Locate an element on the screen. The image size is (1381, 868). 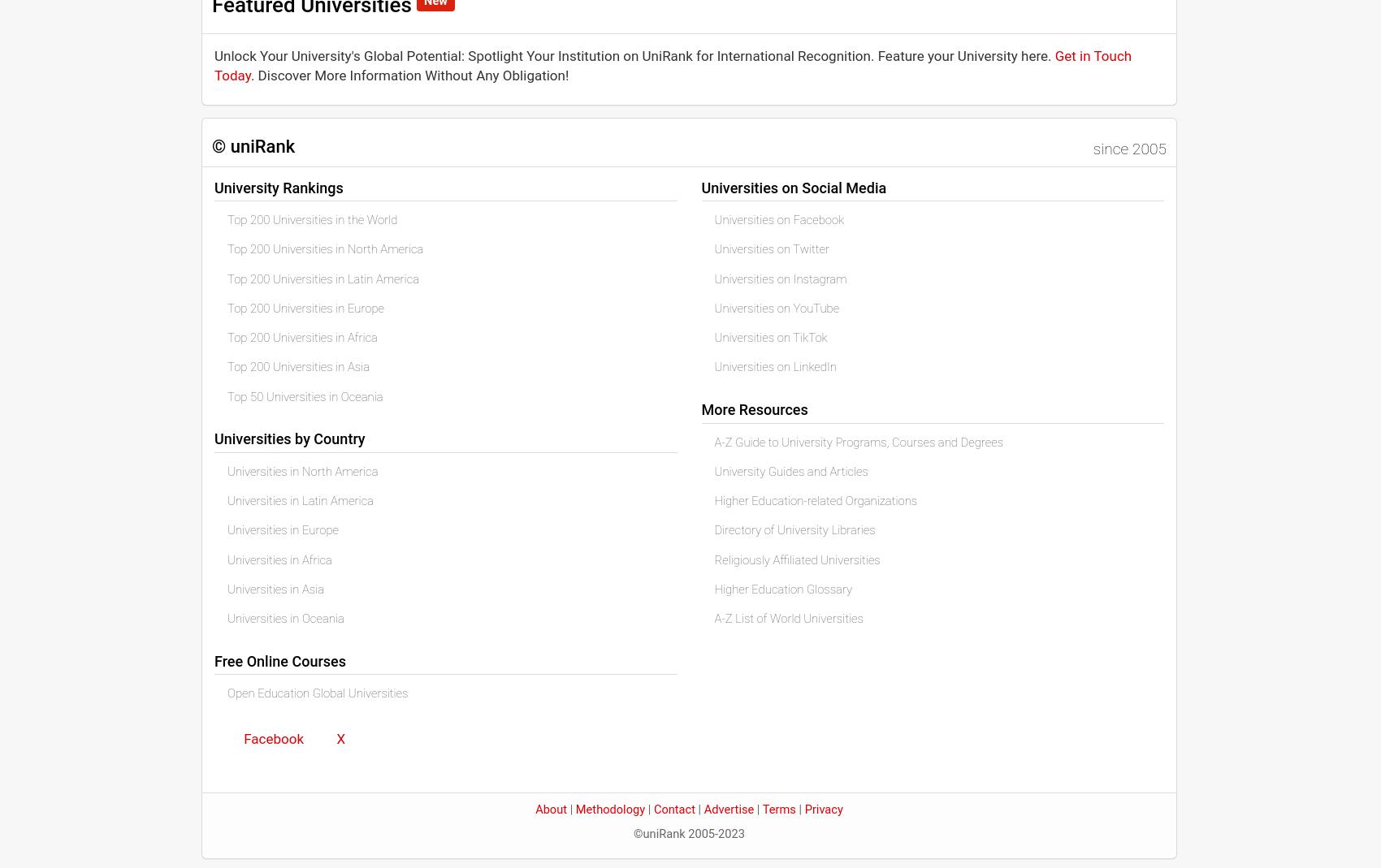
'Top 200 Universities in Asia' is located at coordinates (297, 365).